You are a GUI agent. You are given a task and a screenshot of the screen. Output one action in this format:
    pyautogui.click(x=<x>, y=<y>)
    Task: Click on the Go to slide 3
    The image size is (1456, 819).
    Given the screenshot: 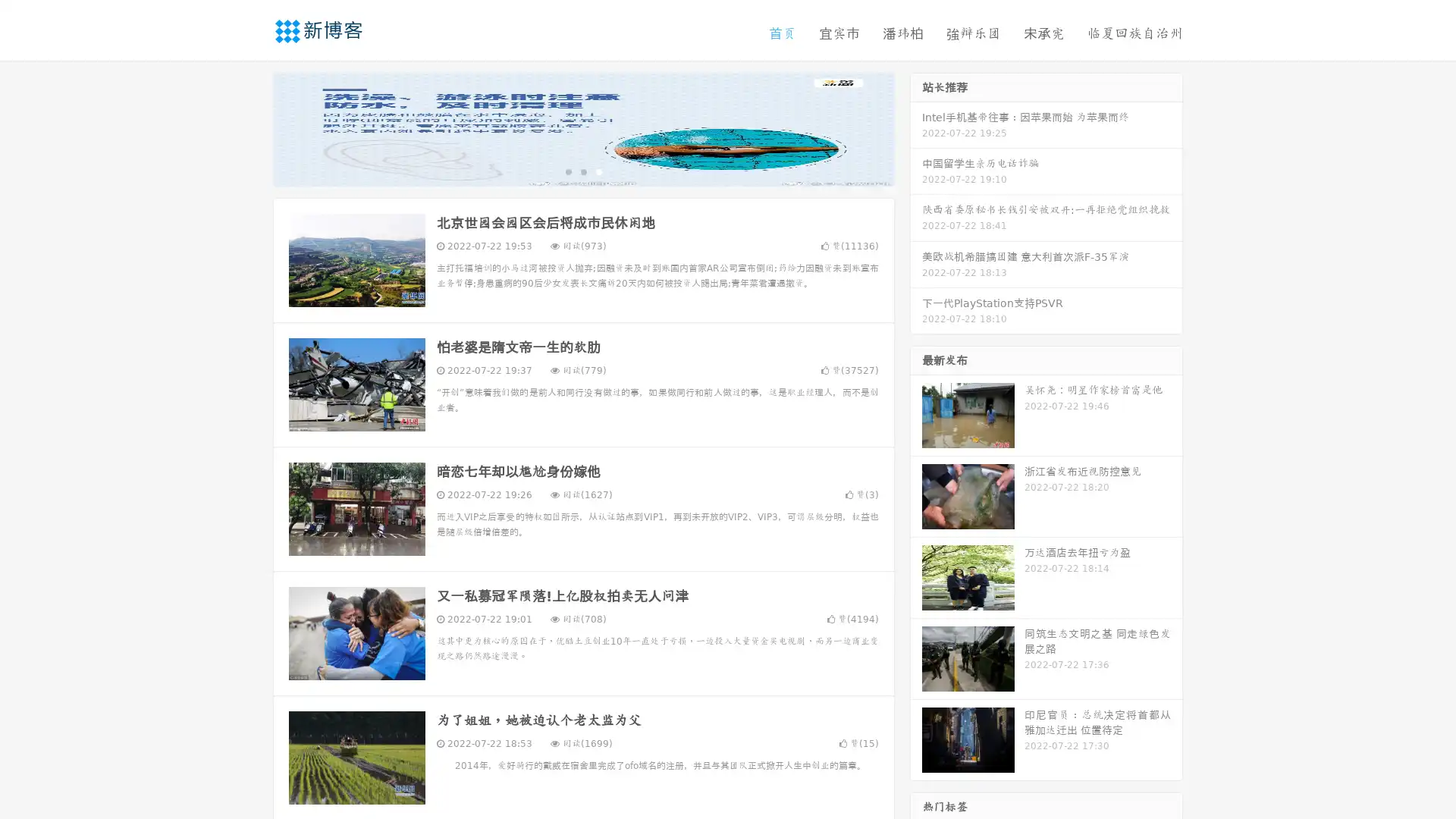 What is the action you would take?
    pyautogui.click(x=598, y=171)
    